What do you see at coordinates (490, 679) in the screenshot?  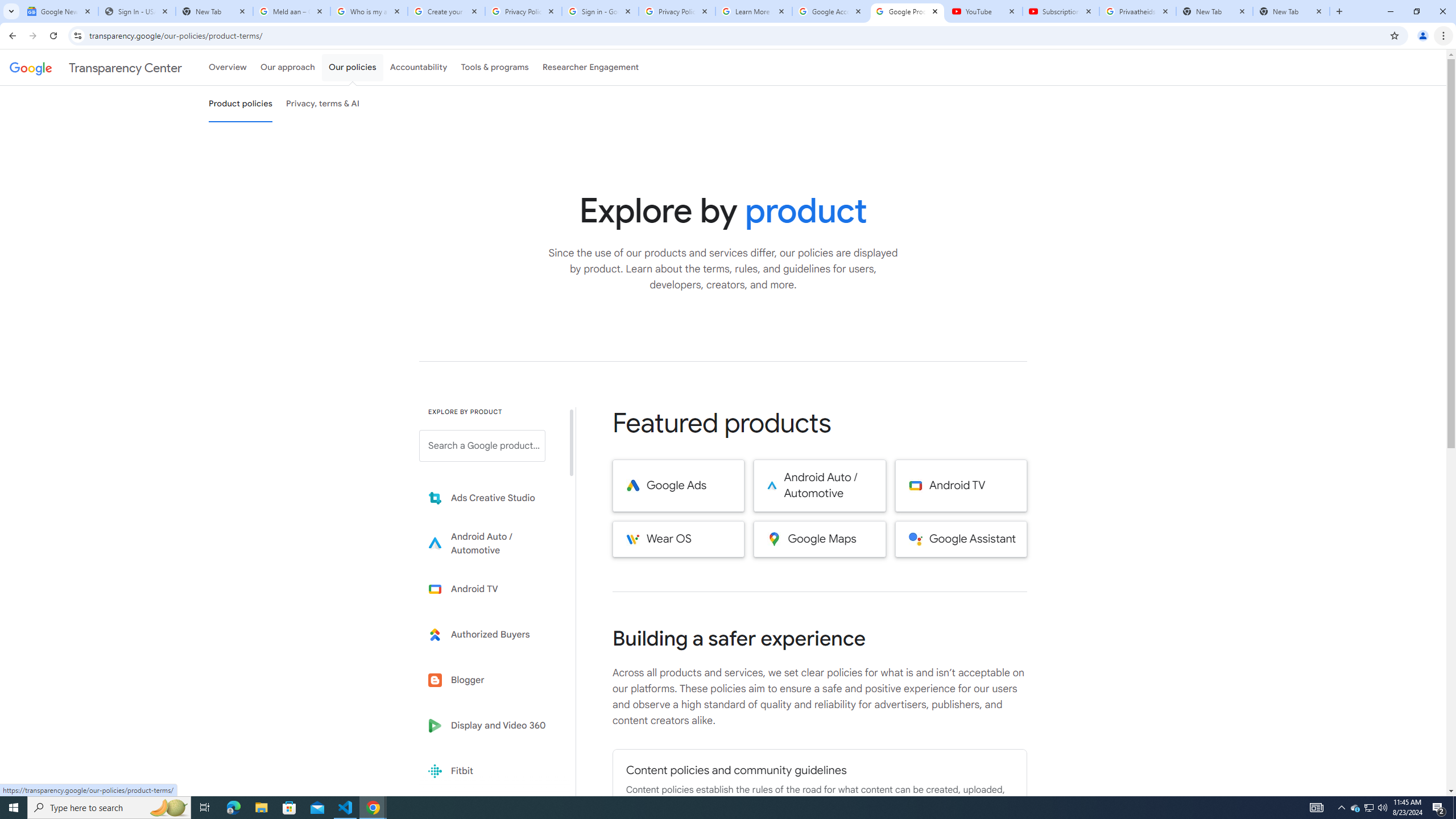 I see `'Blogger'` at bounding box center [490, 679].